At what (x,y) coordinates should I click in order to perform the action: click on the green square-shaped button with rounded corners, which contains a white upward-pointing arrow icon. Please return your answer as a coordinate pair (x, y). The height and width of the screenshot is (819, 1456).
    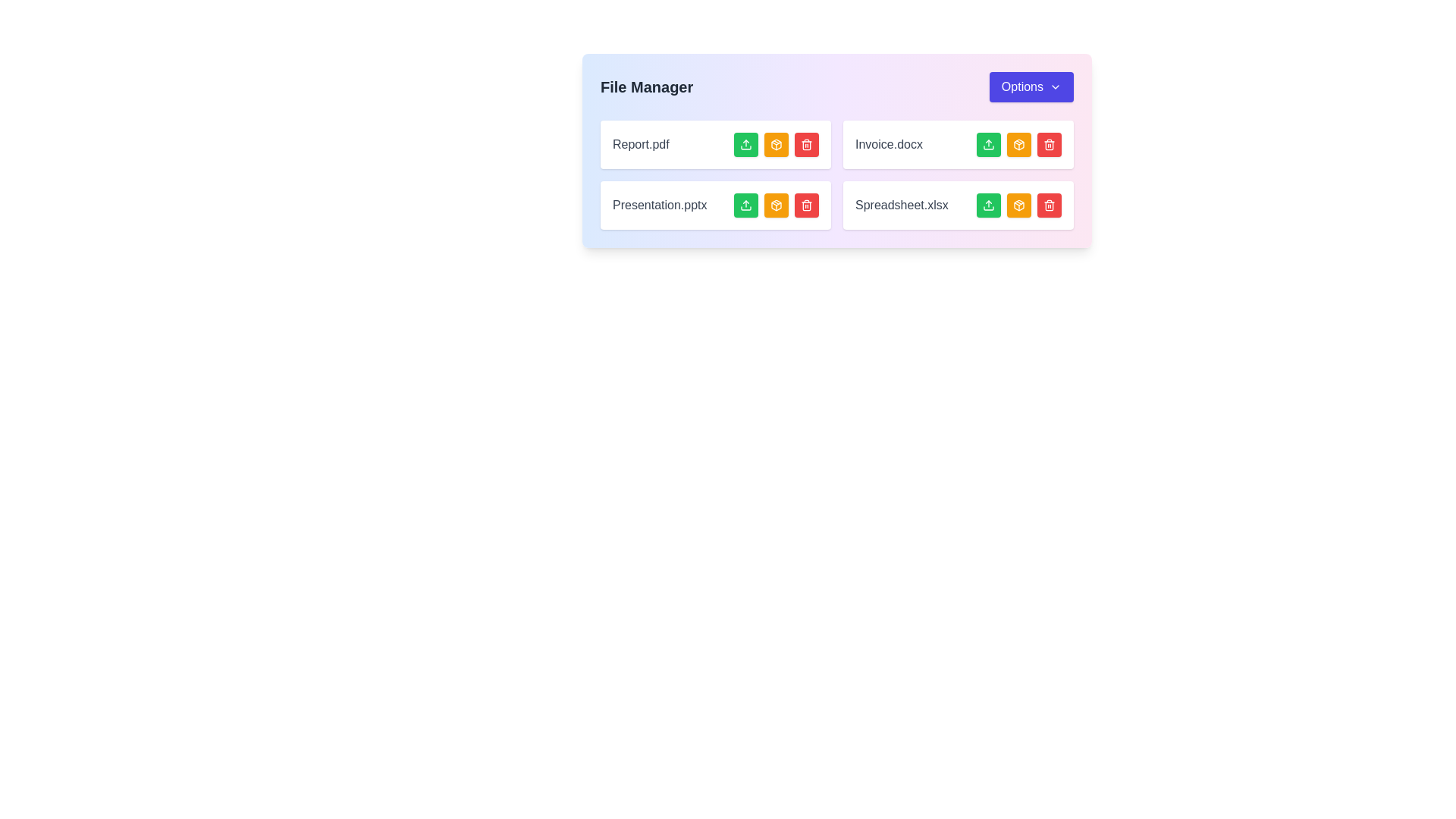
    Looking at the image, I should click on (745, 205).